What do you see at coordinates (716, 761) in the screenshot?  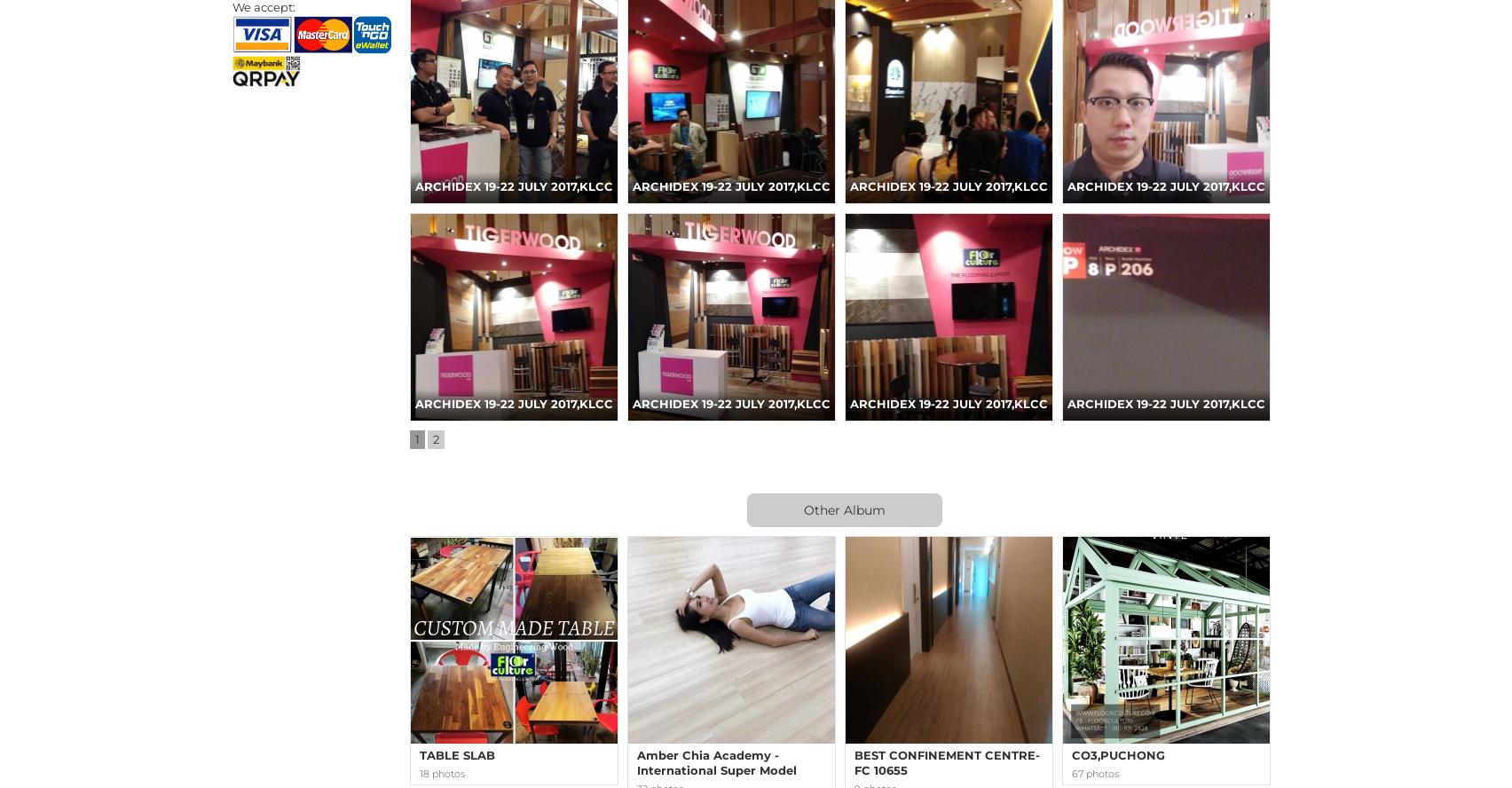 I see `'Amber Chia Academy - International Super Model'` at bounding box center [716, 761].